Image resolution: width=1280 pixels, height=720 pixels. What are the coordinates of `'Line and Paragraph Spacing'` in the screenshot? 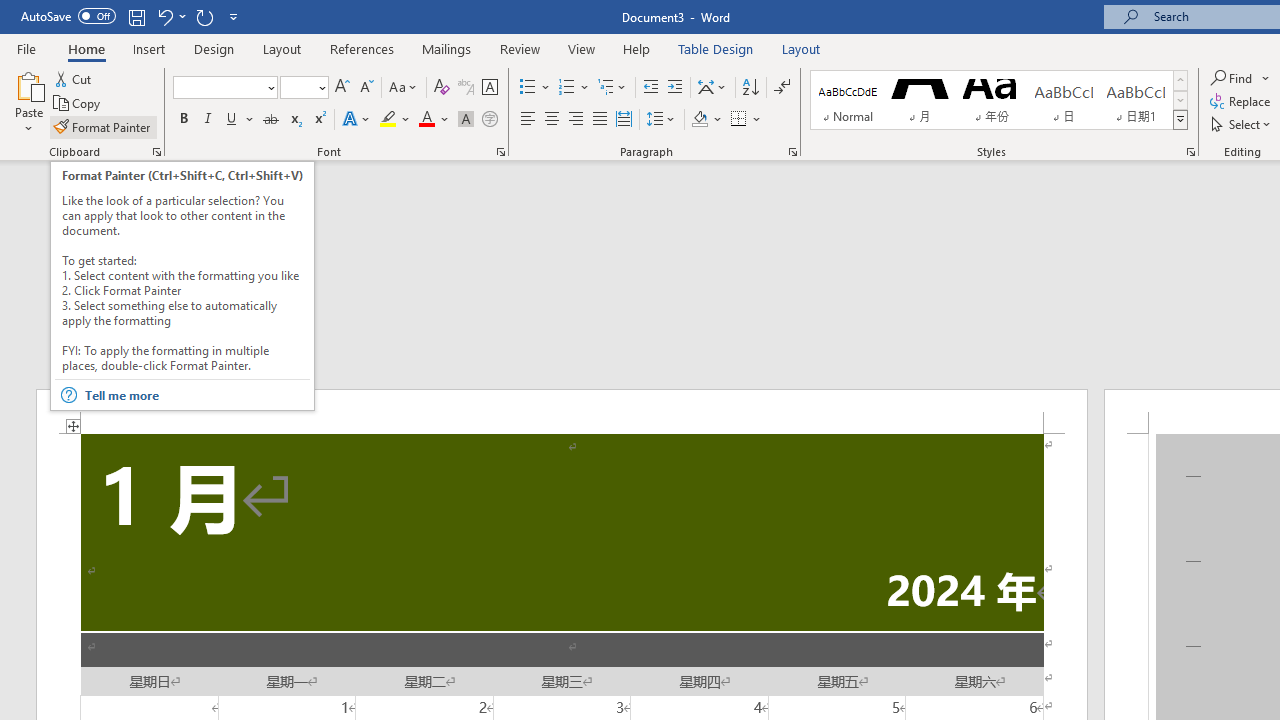 It's located at (661, 119).